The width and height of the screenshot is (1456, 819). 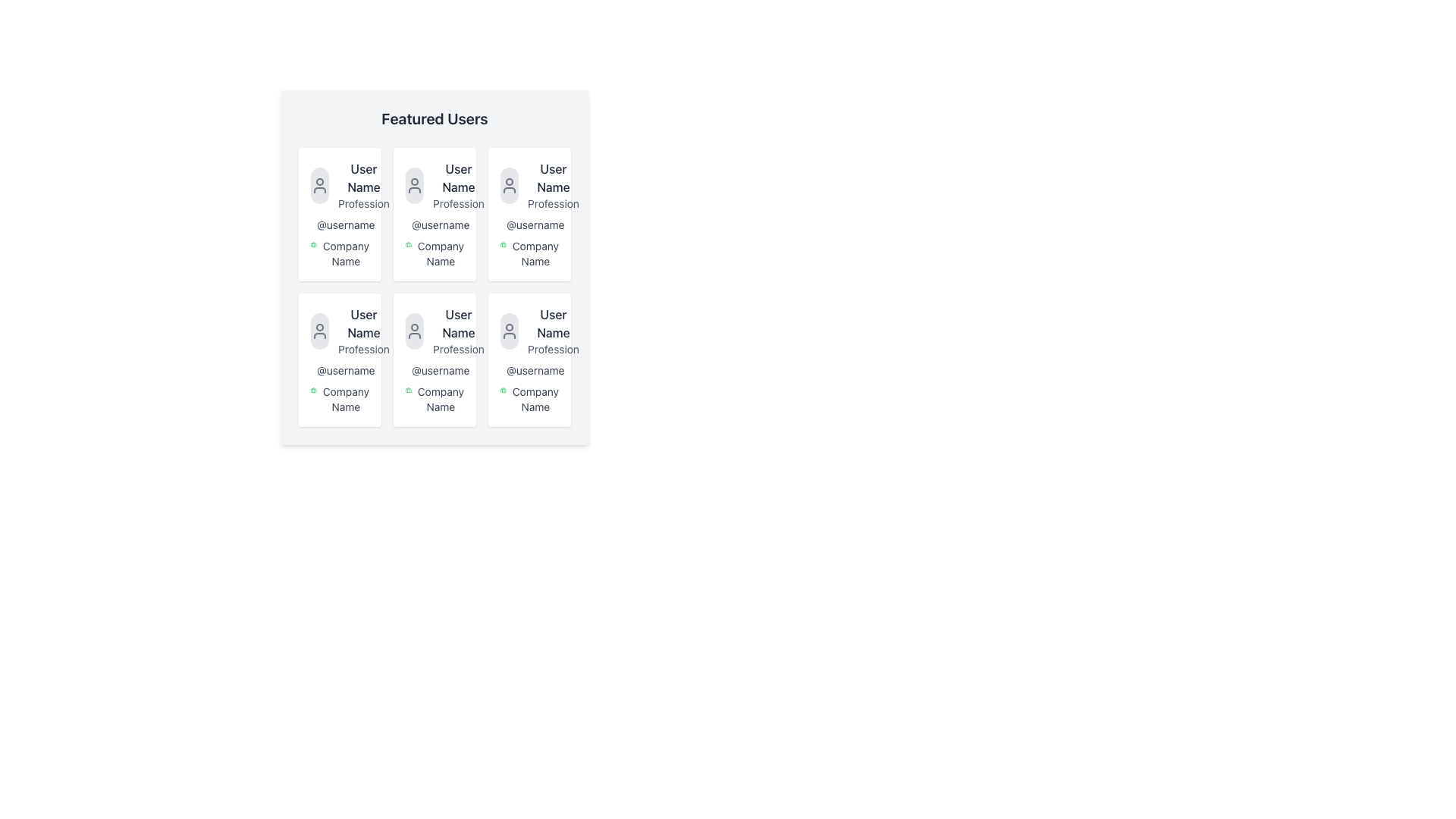 What do you see at coordinates (457, 177) in the screenshot?
I see `the text label displaying 'User Name' which is located on the second card in the top row under the 'Featured Users' header` at bounding box center [457, 177].